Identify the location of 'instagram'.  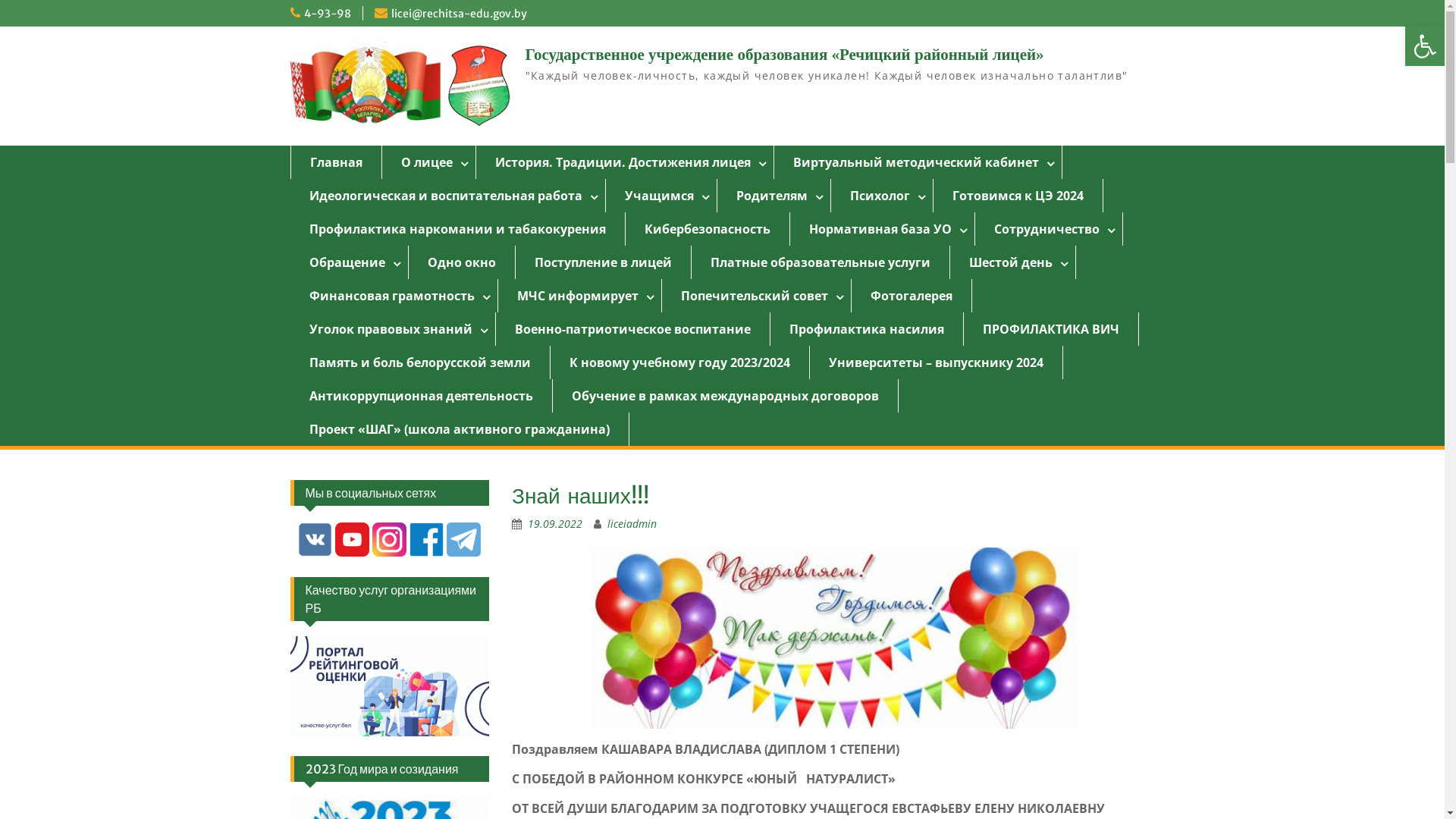
(389, 554).